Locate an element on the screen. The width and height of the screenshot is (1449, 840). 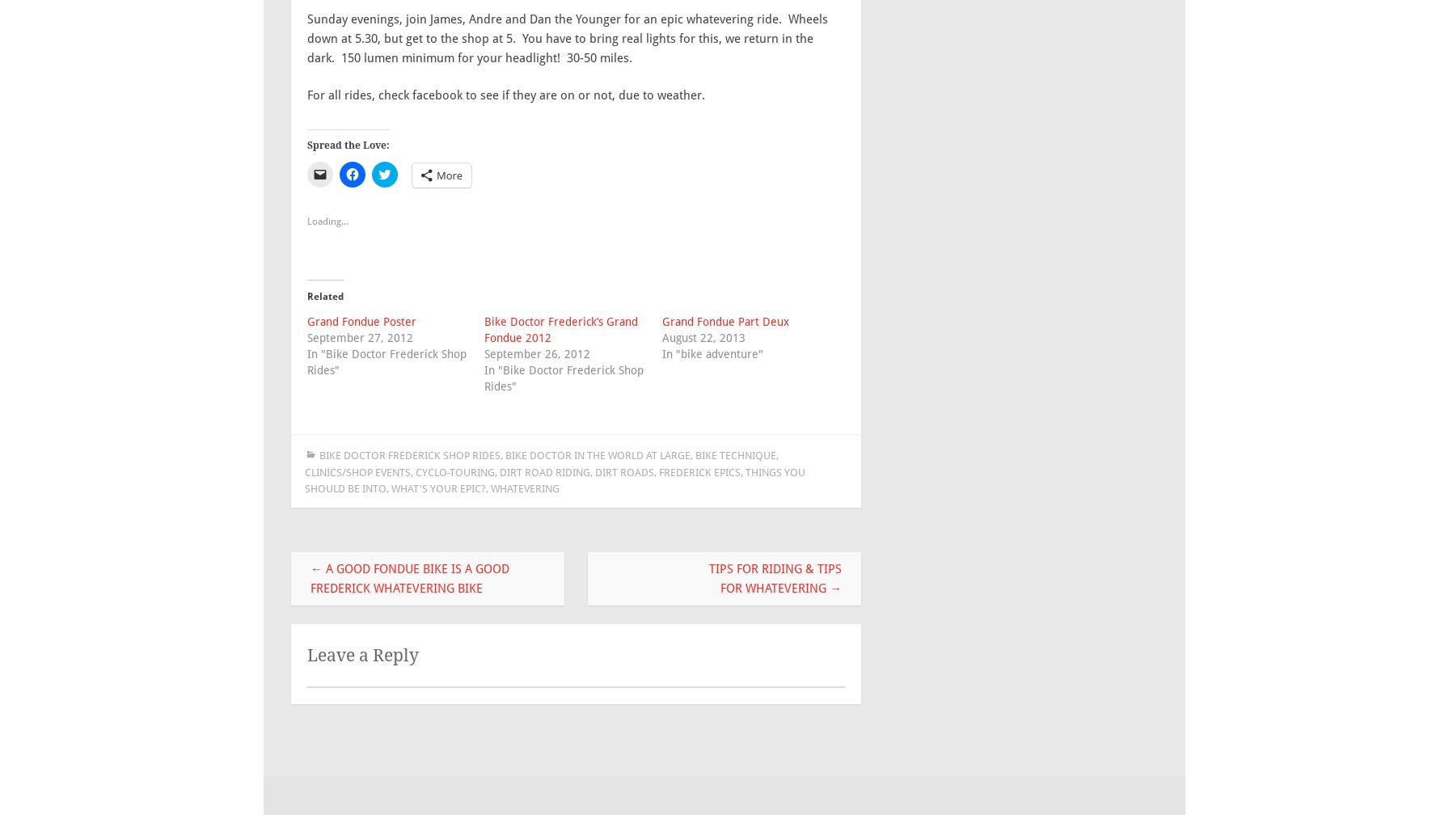
'Loading...' is located at coordinates (327, 221).